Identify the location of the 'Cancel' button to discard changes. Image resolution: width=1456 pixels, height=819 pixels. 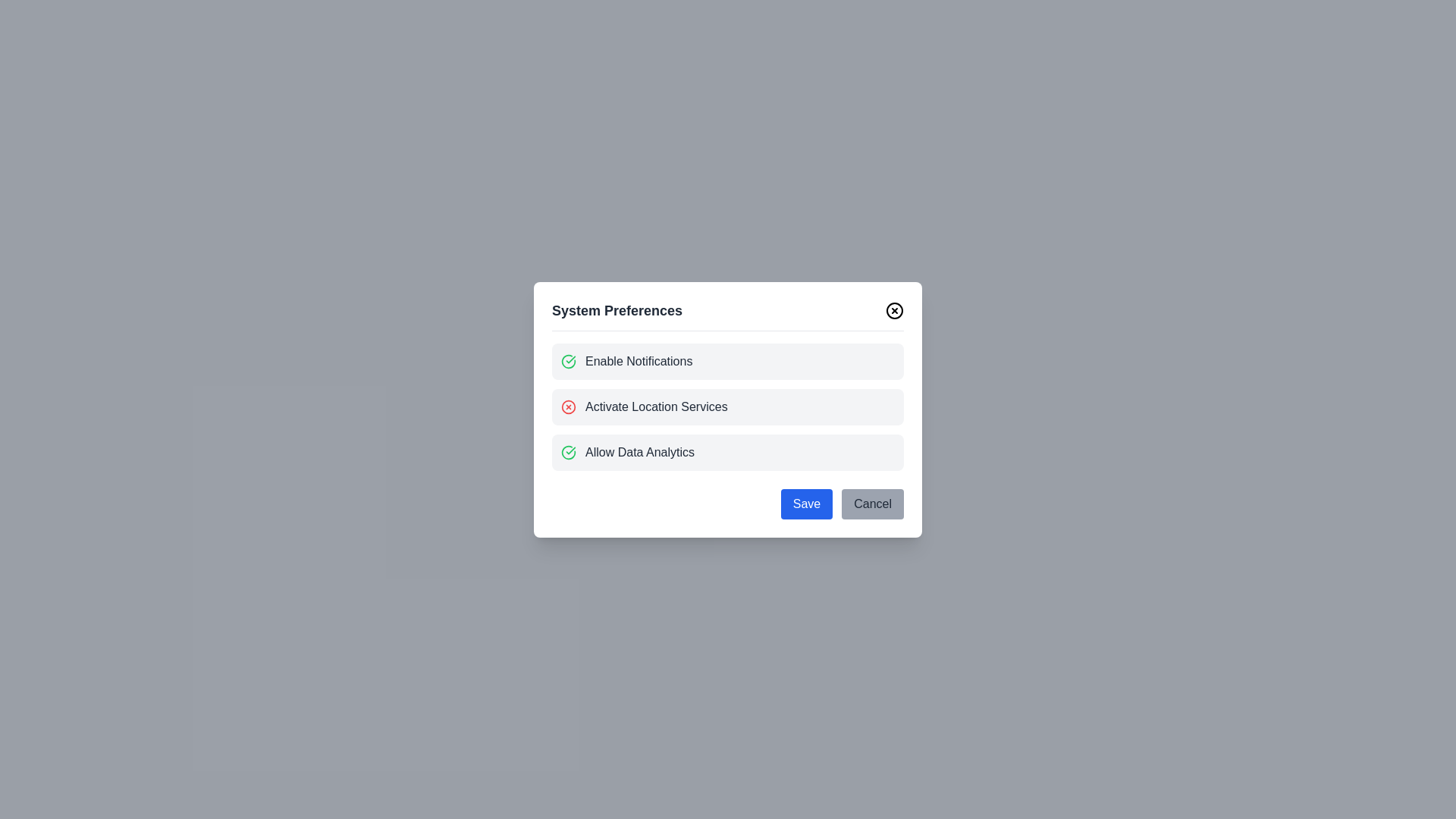
(873, 503).